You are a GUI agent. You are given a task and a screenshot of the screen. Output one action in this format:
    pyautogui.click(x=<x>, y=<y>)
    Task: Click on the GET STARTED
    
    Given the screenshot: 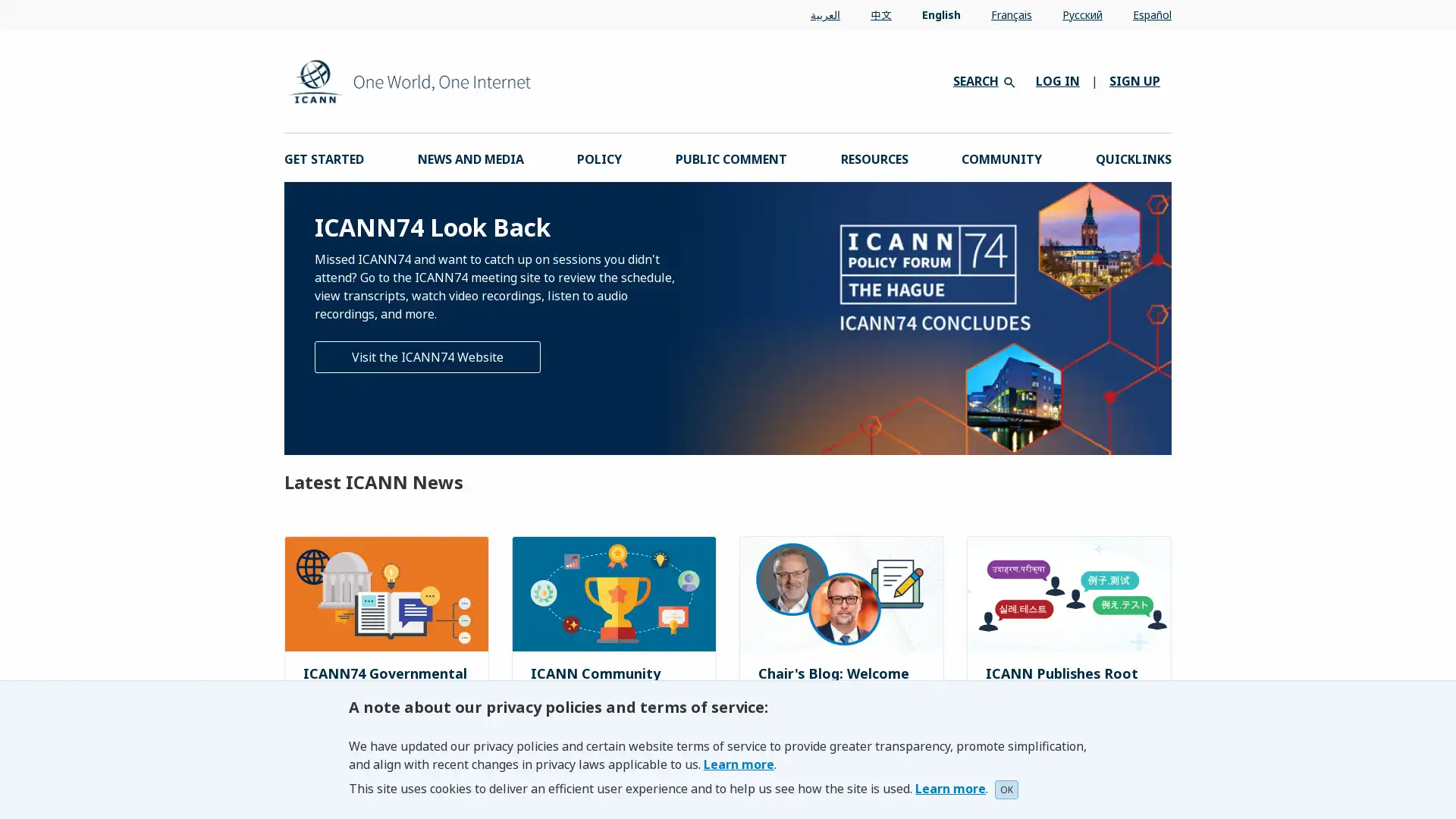 What is the action you would take?
    pyautogui.click(x=323, y=158)
    